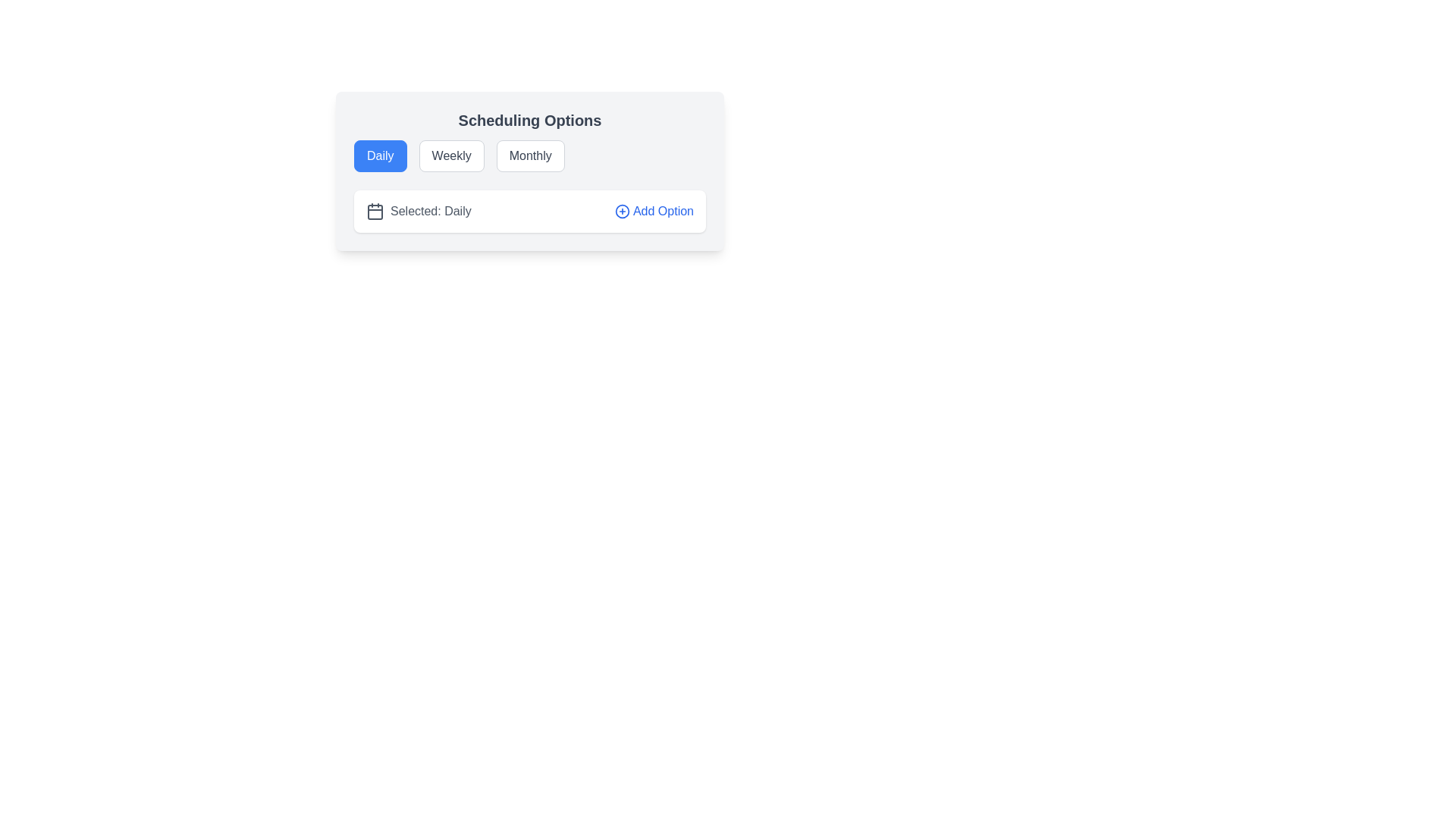 The width and height of the screenshot is (1456, 819). What do you see at coordinates (622, 211) in the screenshot?
I see `the SVG circle representing the 'add' action located at the right end of the row containing the text 'Add Option'` at bounding box center [622, 211].